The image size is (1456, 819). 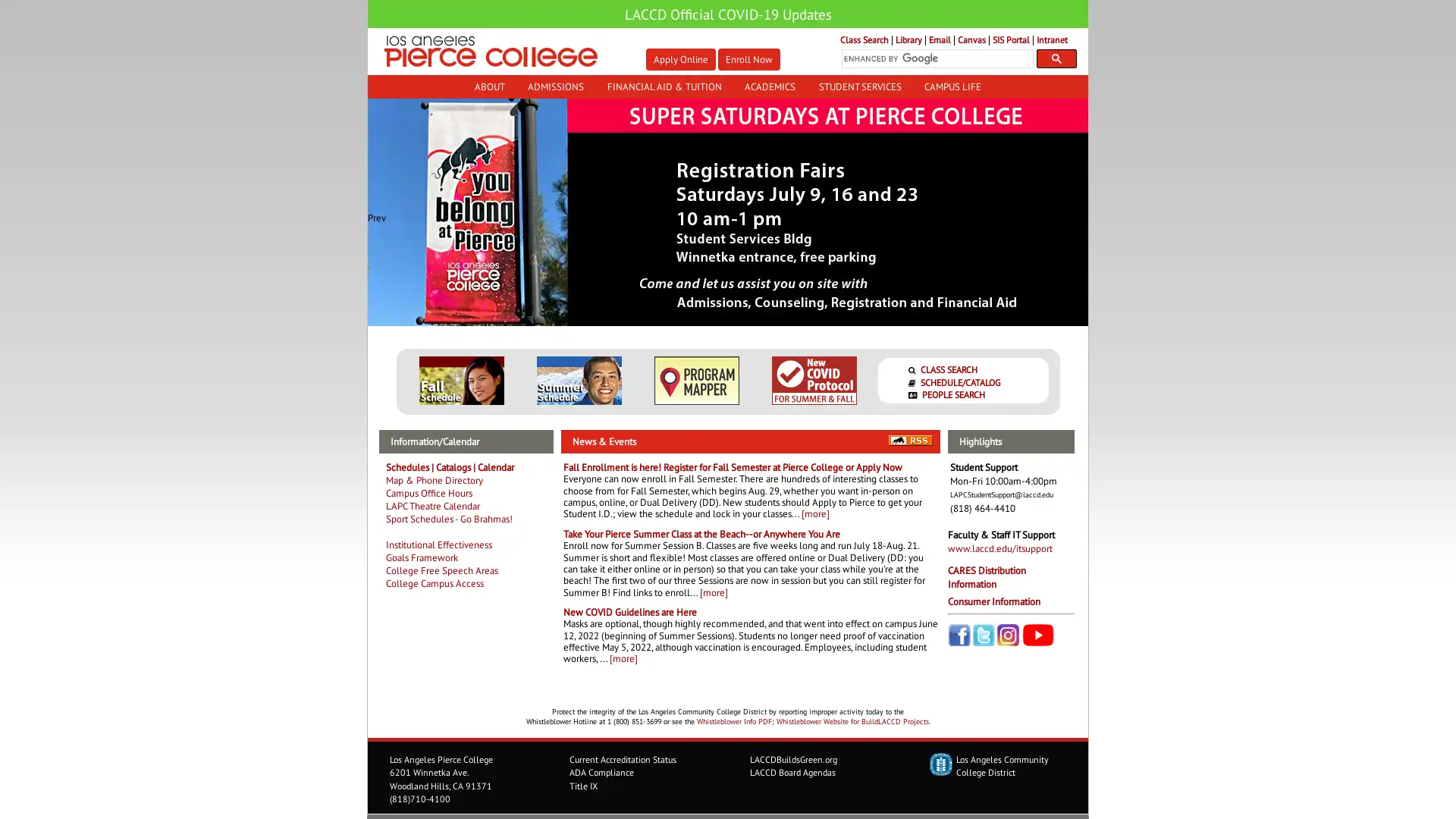 What do you see at coordinates (770, 86) in the screenshot?
I see `ACADEMICS` at bounding box center [770, 86].